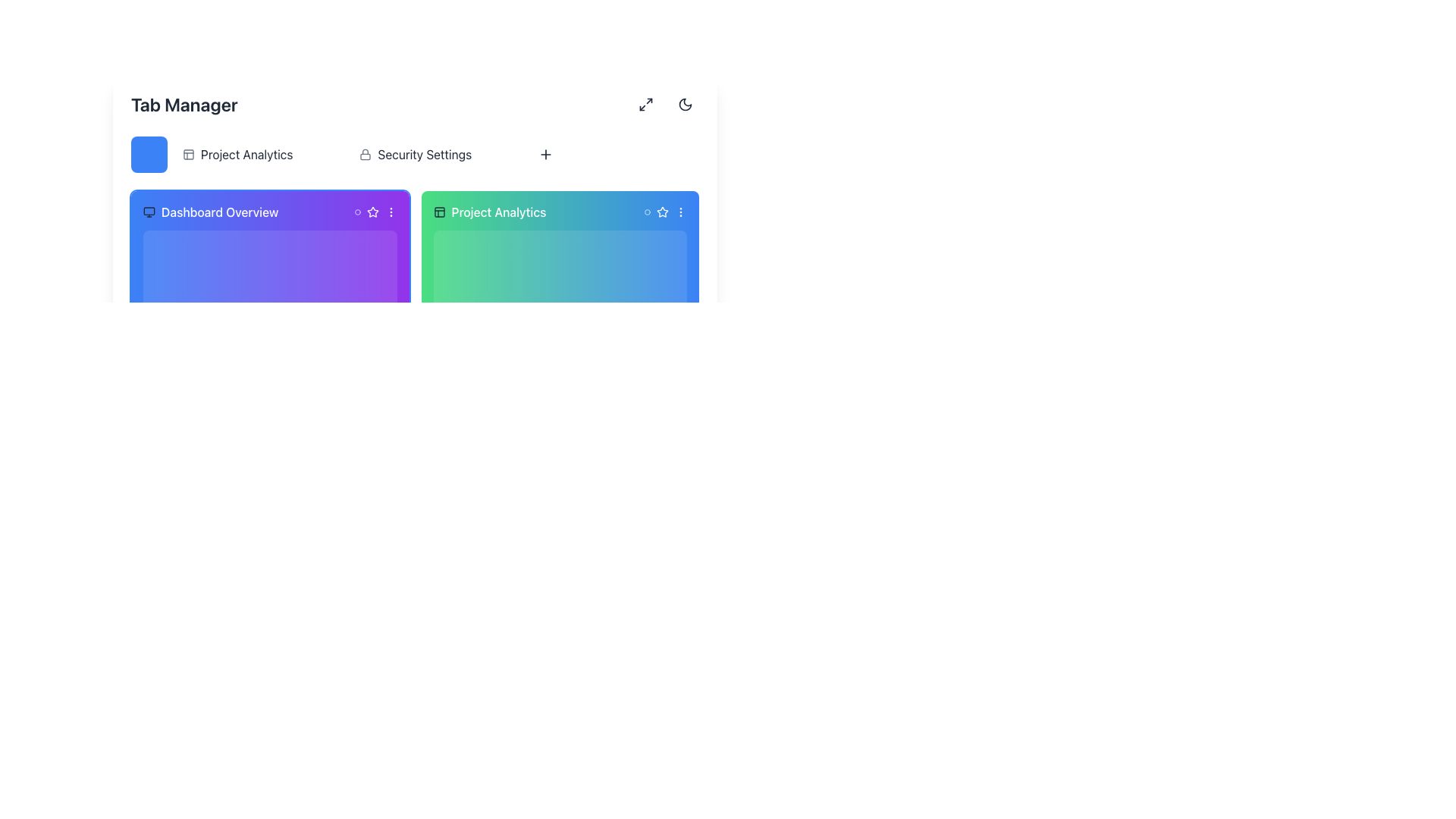 The image size is (1456, 819). What do you see at coordinates (436, 155) in the screenshot?
I see `the 'Security Settings' button, which is styled with rounded corners and features a lock icon` at bounding box center [436, 155].